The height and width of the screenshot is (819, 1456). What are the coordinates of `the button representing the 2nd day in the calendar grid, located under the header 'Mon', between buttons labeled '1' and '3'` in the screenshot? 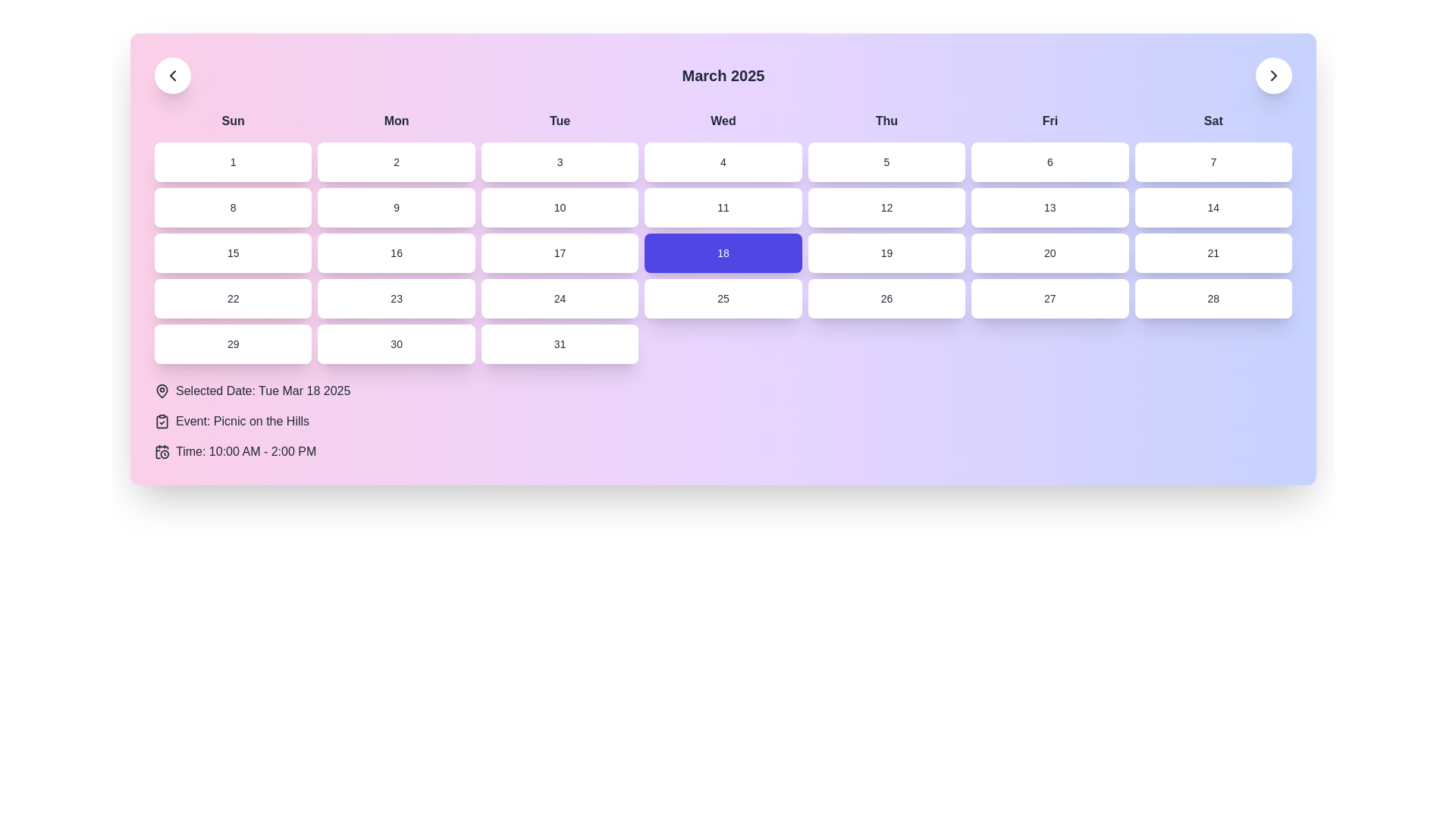 It's located at (397, 162).